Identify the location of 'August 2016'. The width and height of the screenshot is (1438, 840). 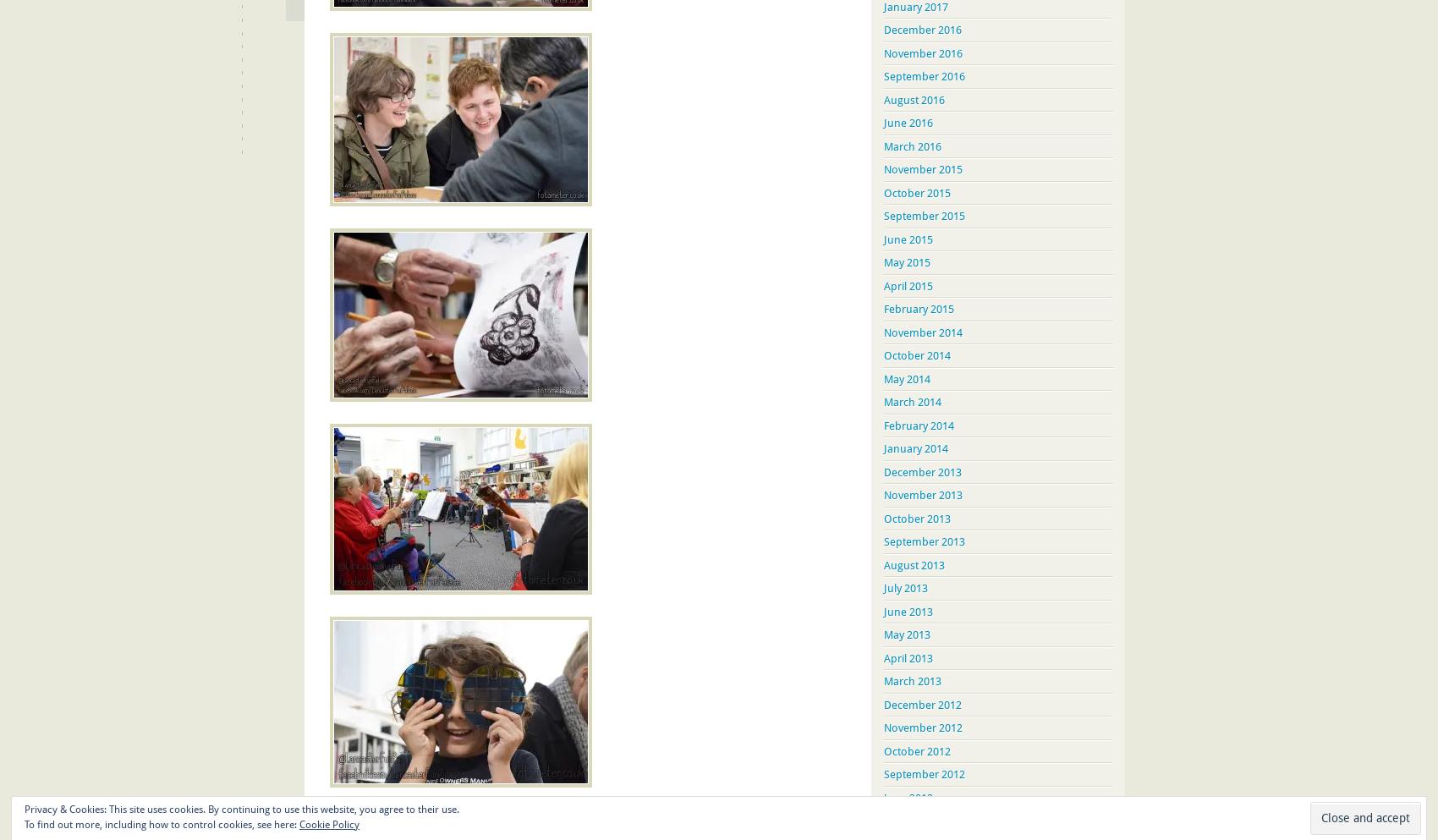
(914, 99).